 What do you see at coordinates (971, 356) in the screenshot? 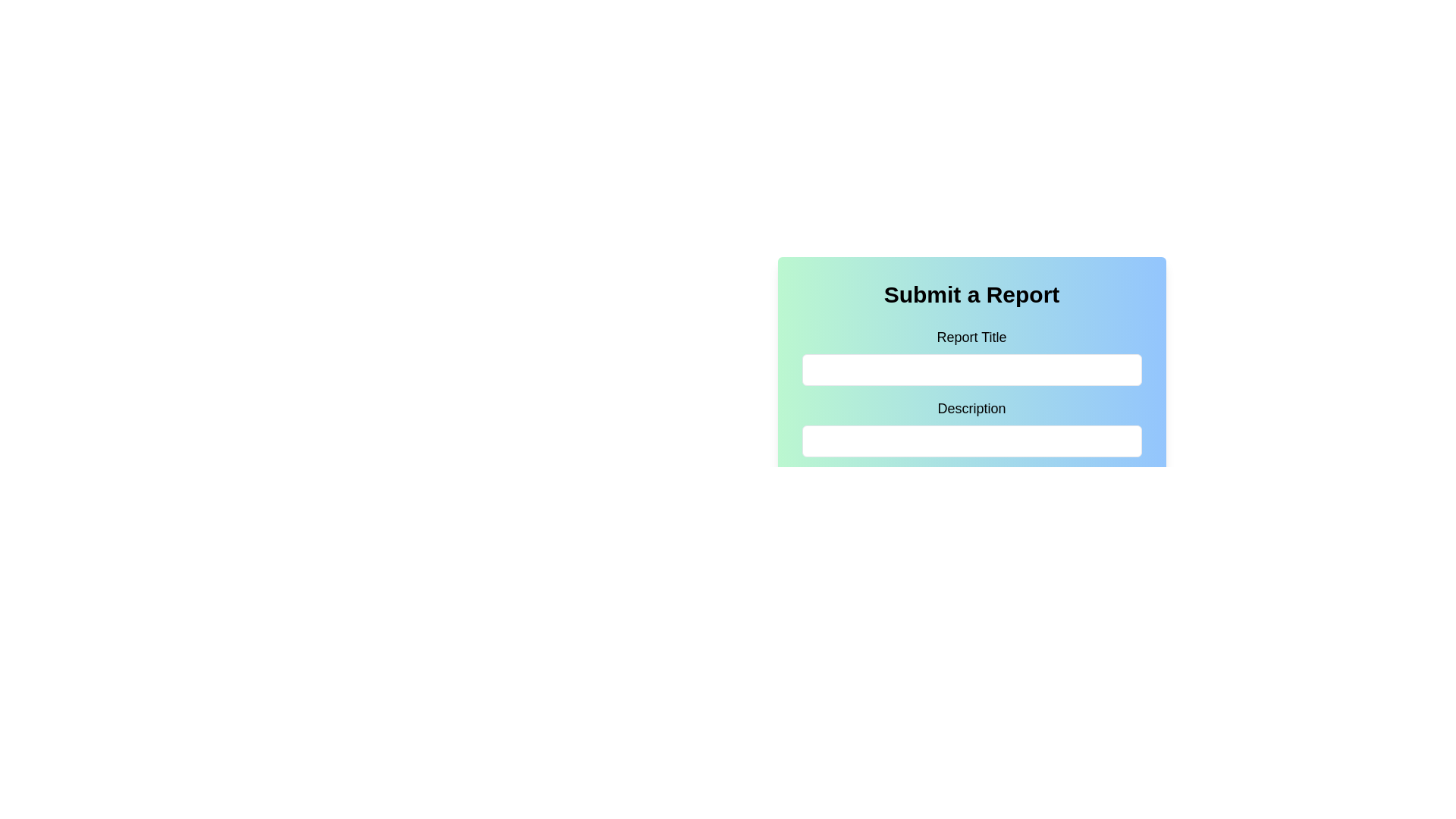
I see `the input field of the 'Report Title' section to focus on it` at bounding box center [971, 356].